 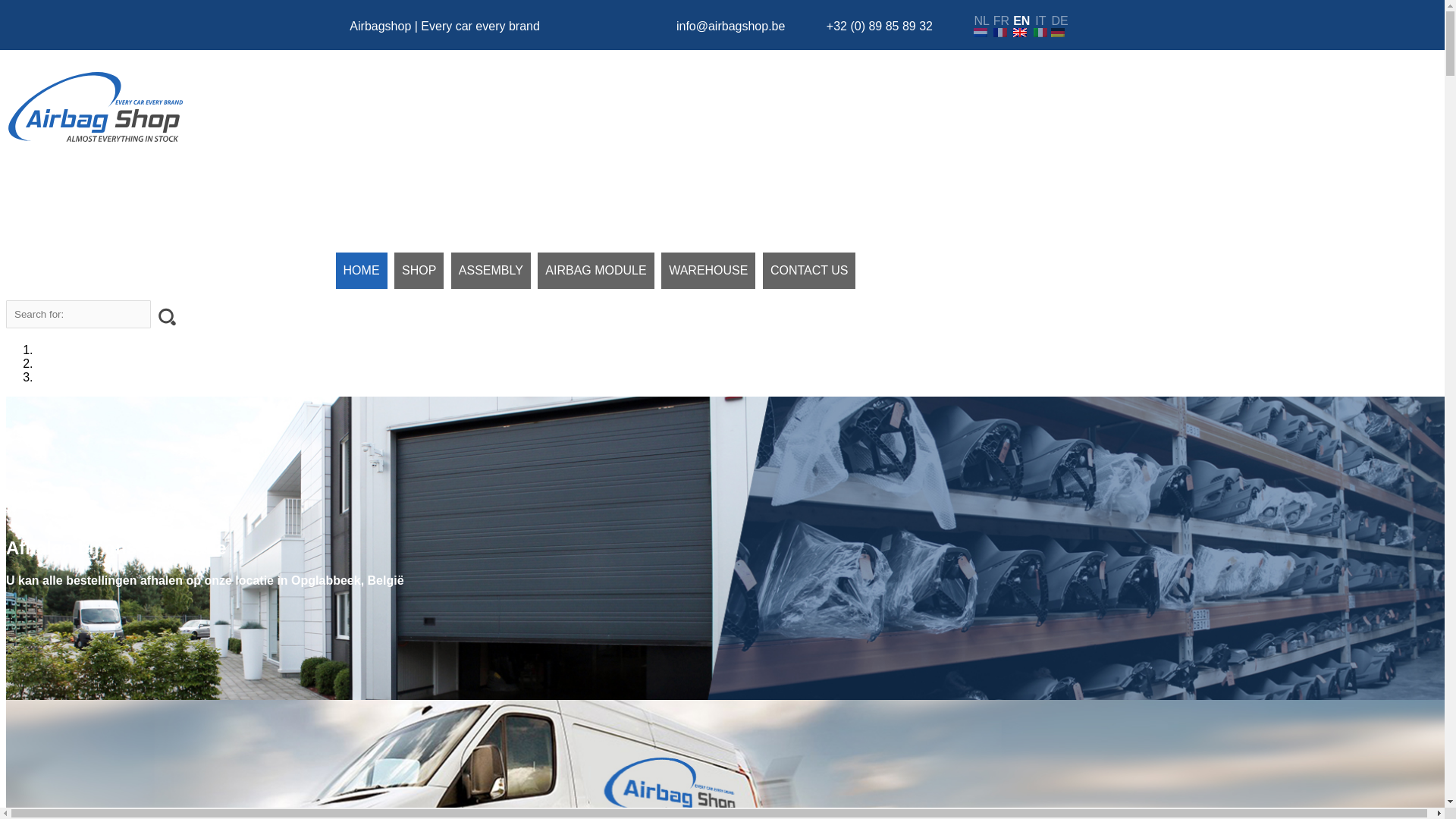 I want to click on 'search', so click(x=143, y=315).